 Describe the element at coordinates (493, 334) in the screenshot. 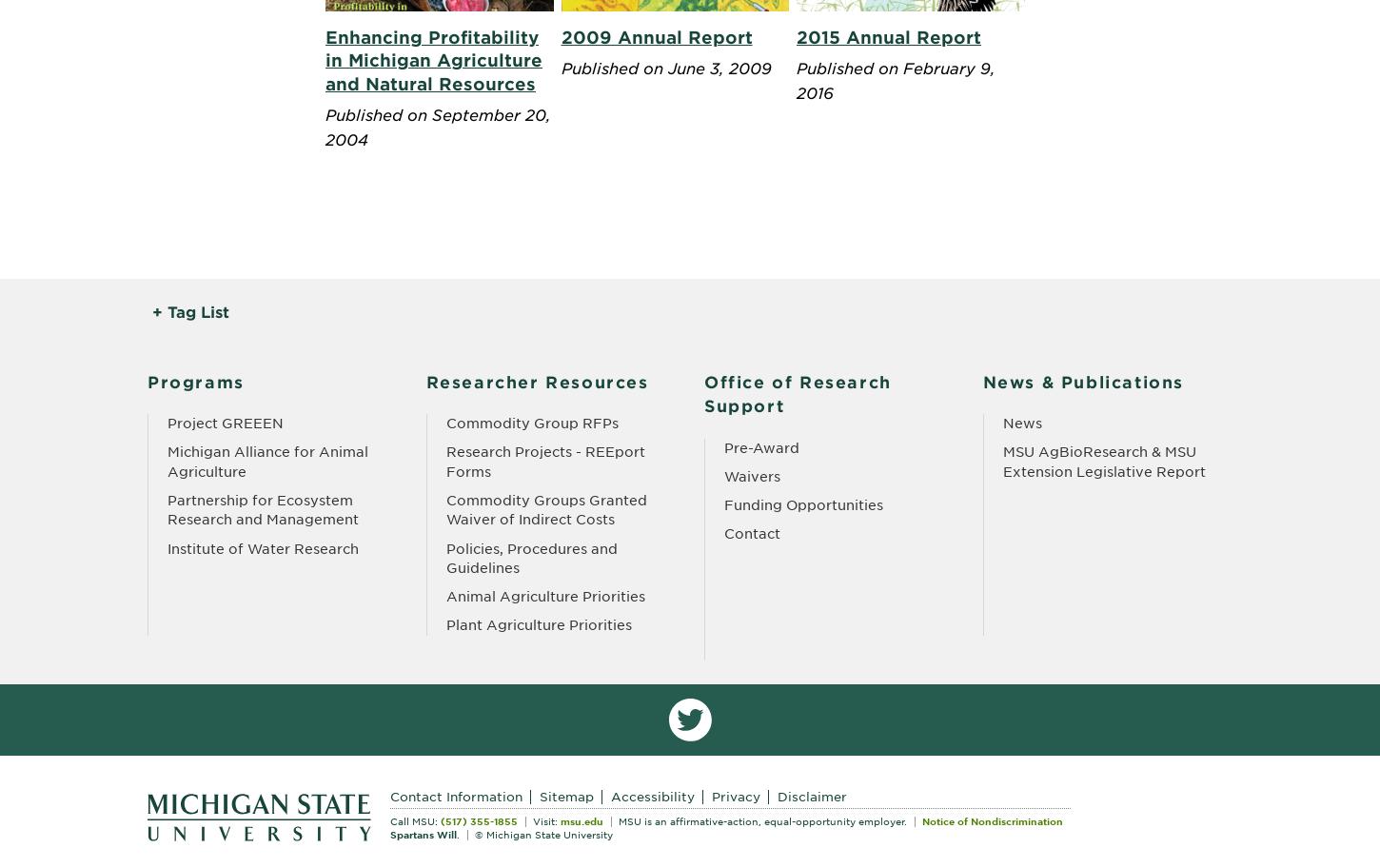

I see `'montcalm research center,'` at that location.